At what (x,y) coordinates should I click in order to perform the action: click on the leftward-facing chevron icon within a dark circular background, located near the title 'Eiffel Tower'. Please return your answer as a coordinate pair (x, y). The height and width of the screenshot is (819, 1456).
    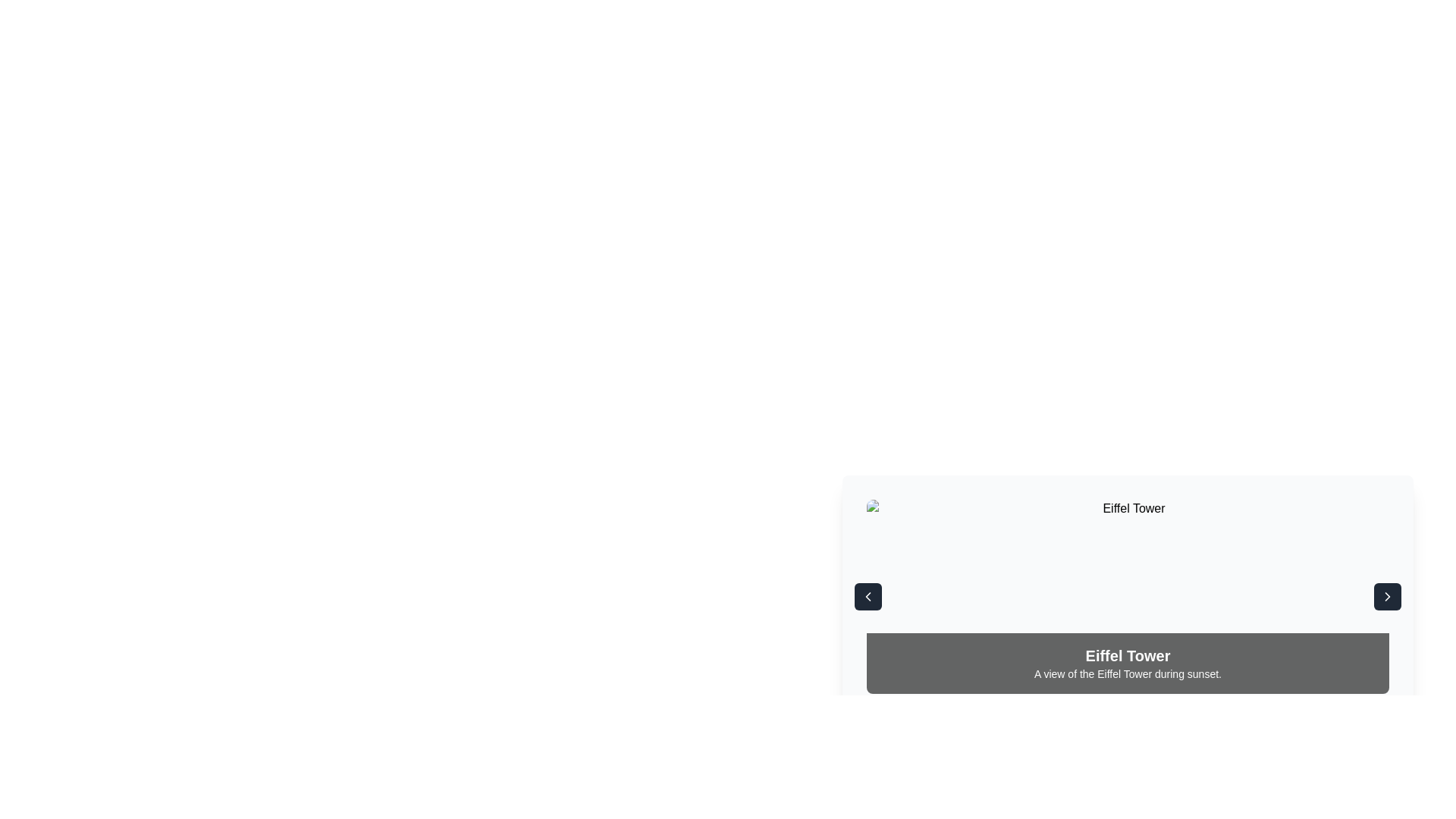
    Looking at the image, I should click on (868, 595).